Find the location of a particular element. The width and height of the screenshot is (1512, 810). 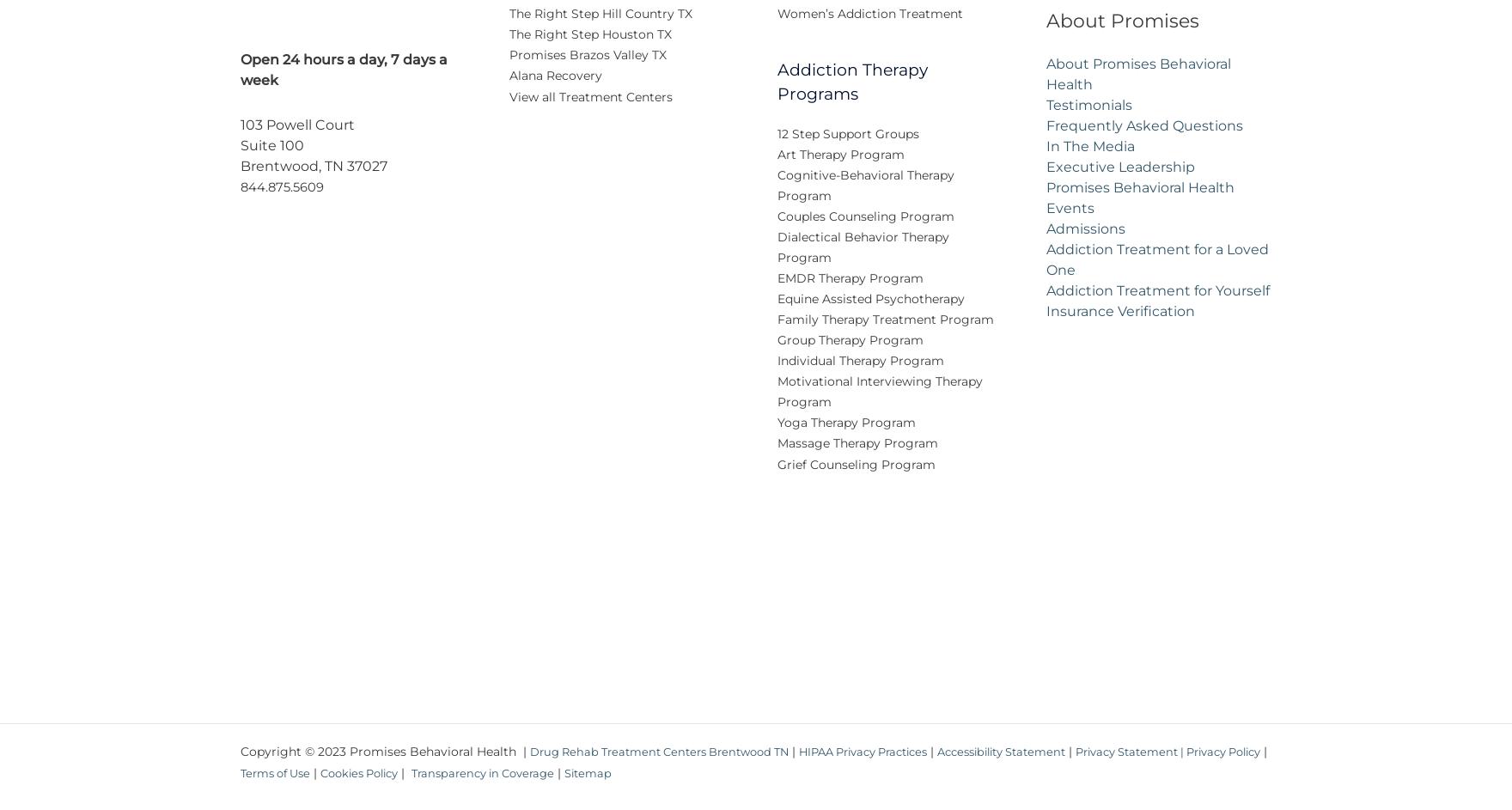

'Promises Behavioral Health Events' is located at coordinates (1139, 210).